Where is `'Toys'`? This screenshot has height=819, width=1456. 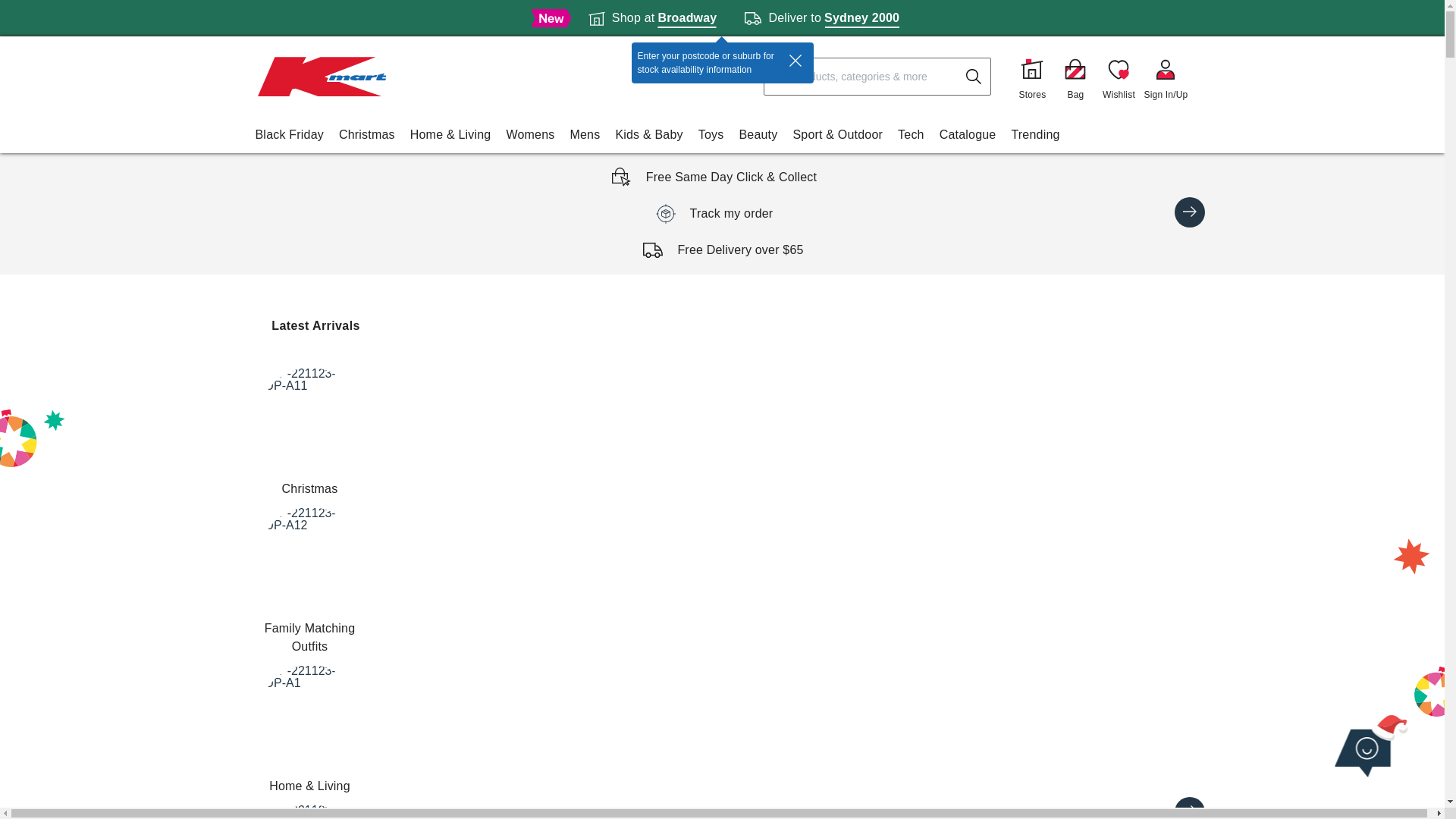 'Toys' is located at coordinates (710, 133).